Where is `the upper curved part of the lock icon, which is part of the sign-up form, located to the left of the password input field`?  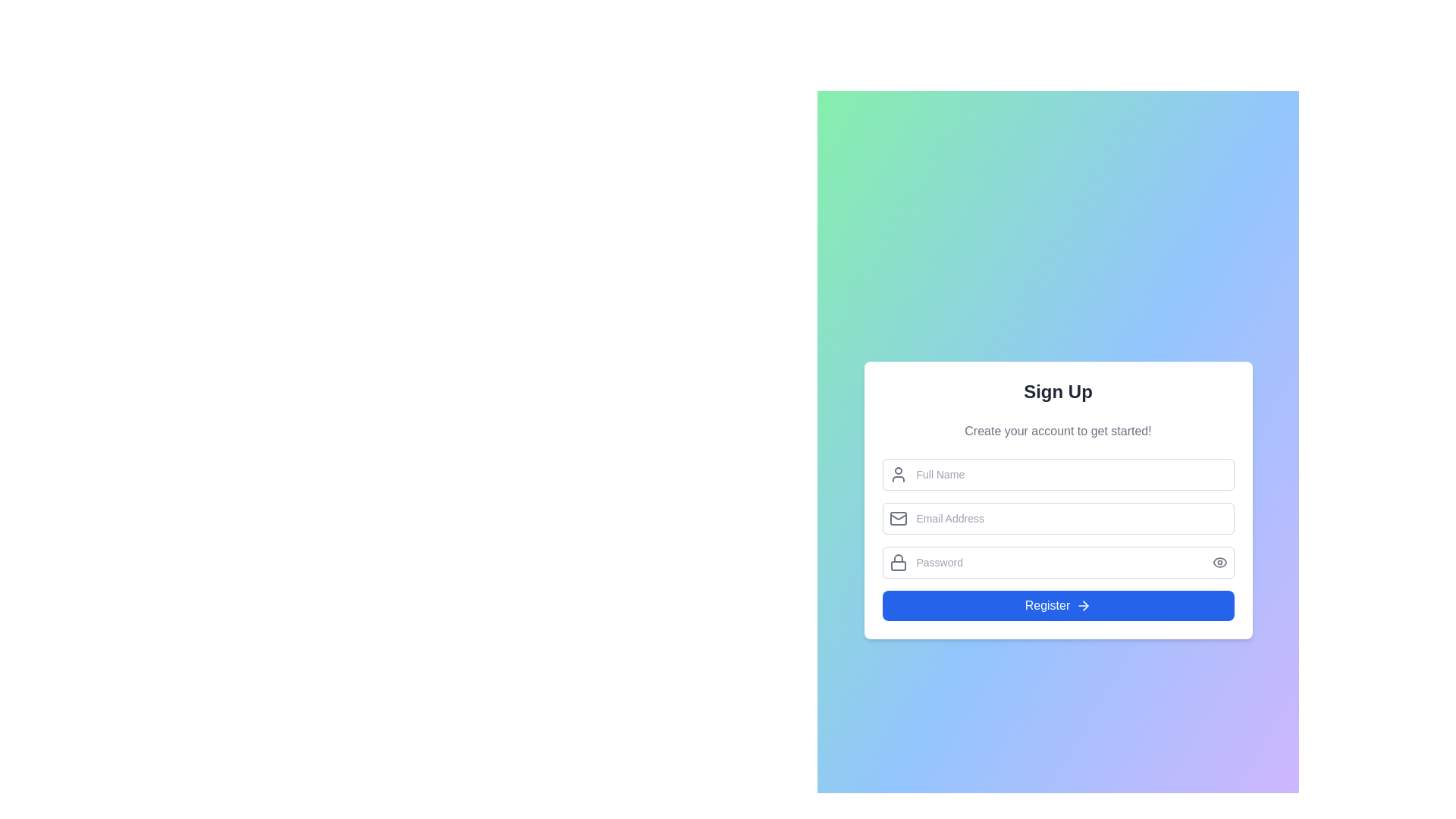 the upper curved part of the lock icon, which is part of the sign-up form, located to the left of the password input field is located at coordinates (898, 558).